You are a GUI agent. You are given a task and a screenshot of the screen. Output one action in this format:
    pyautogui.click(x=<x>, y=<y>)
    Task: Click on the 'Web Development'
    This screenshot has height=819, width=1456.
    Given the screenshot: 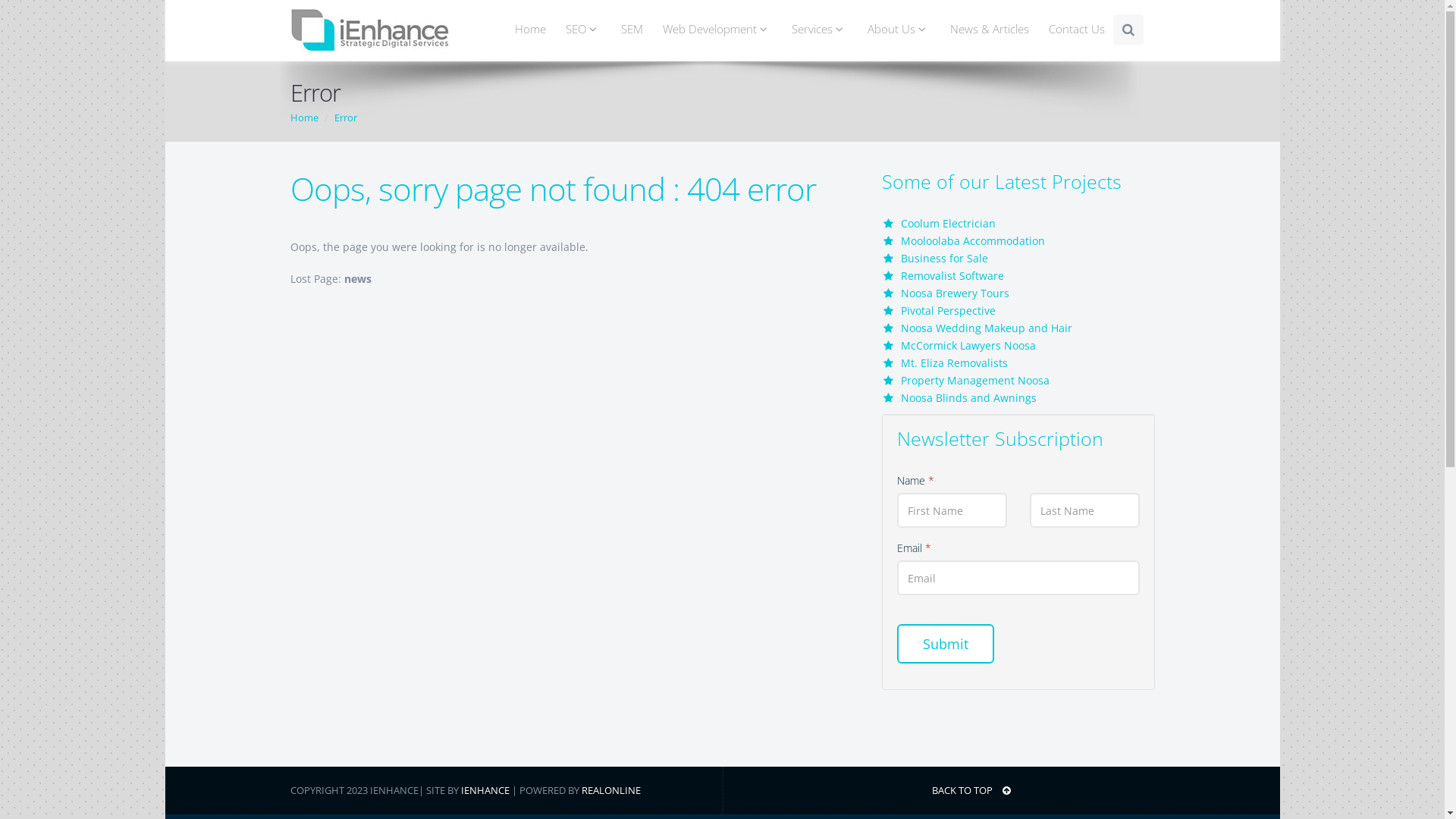 What is the action you would take?
    pyautogui.click(x=716, y=29)
    